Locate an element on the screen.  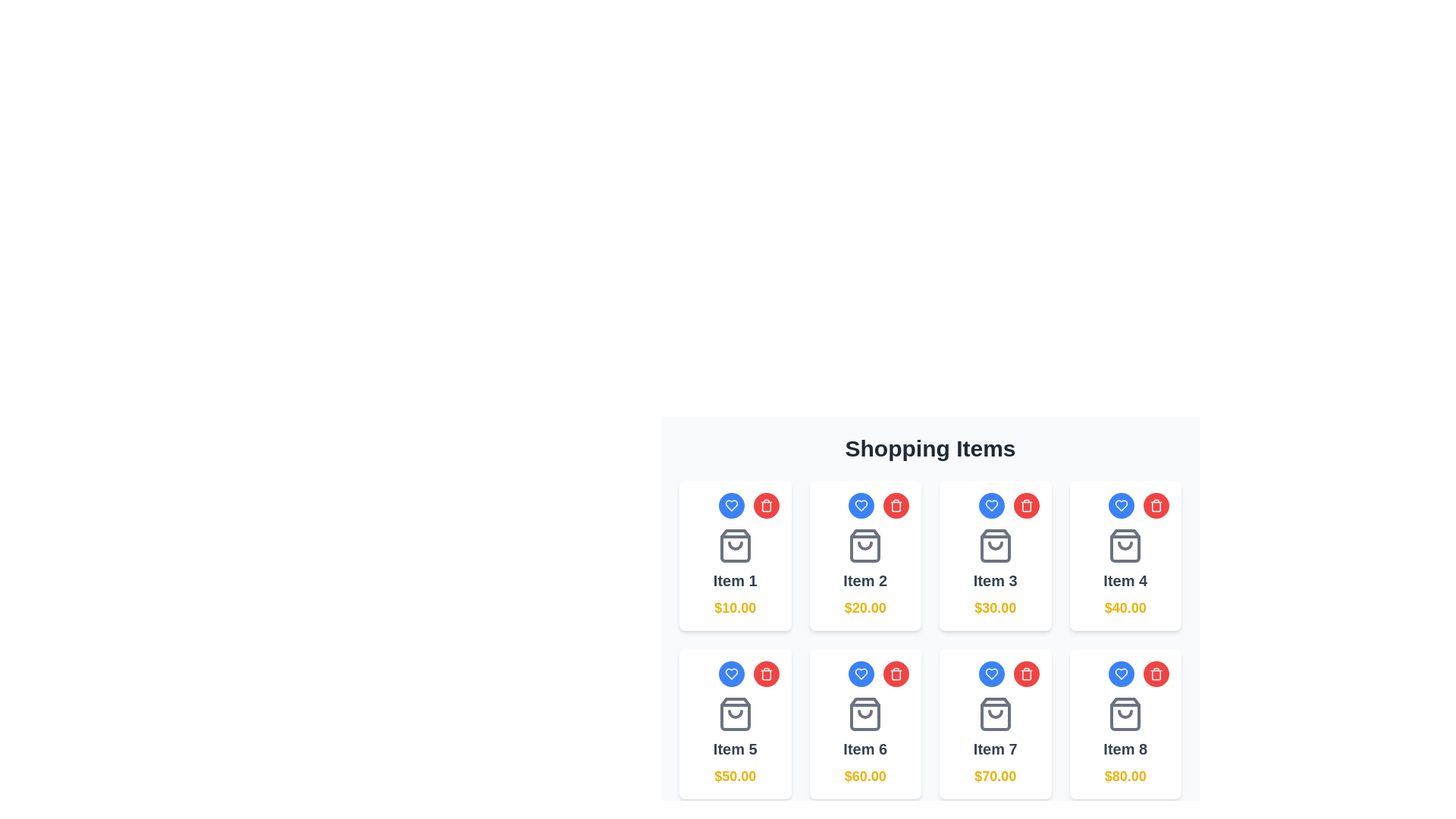
the heart icon within the blue circular button located in the top-left area of the grid item representing 'Item 8' is located at coordinates (861, 506).